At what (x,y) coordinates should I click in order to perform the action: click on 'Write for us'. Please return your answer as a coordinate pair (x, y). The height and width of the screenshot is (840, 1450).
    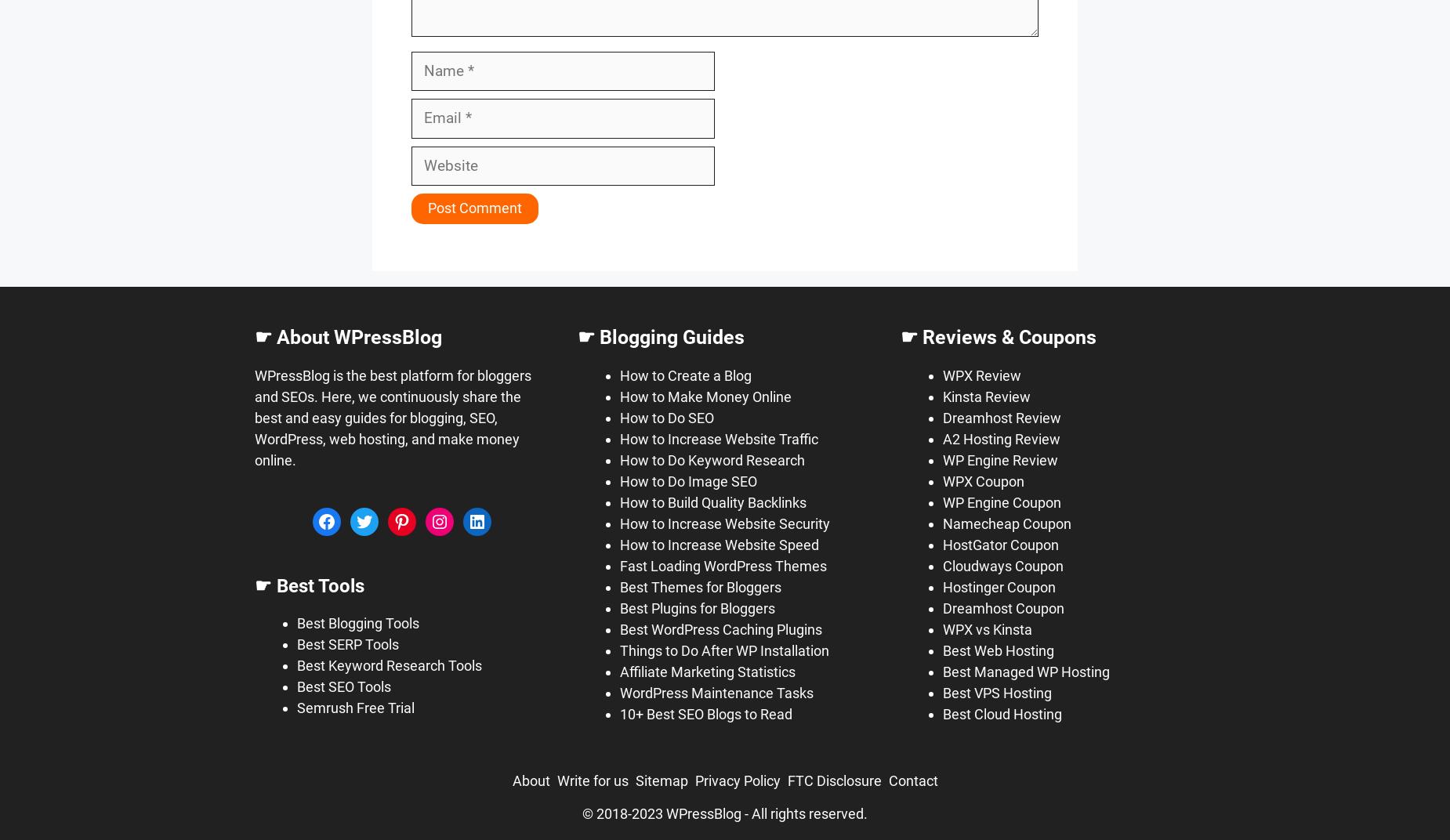
    Looking at the image, I should click on (556, 780).